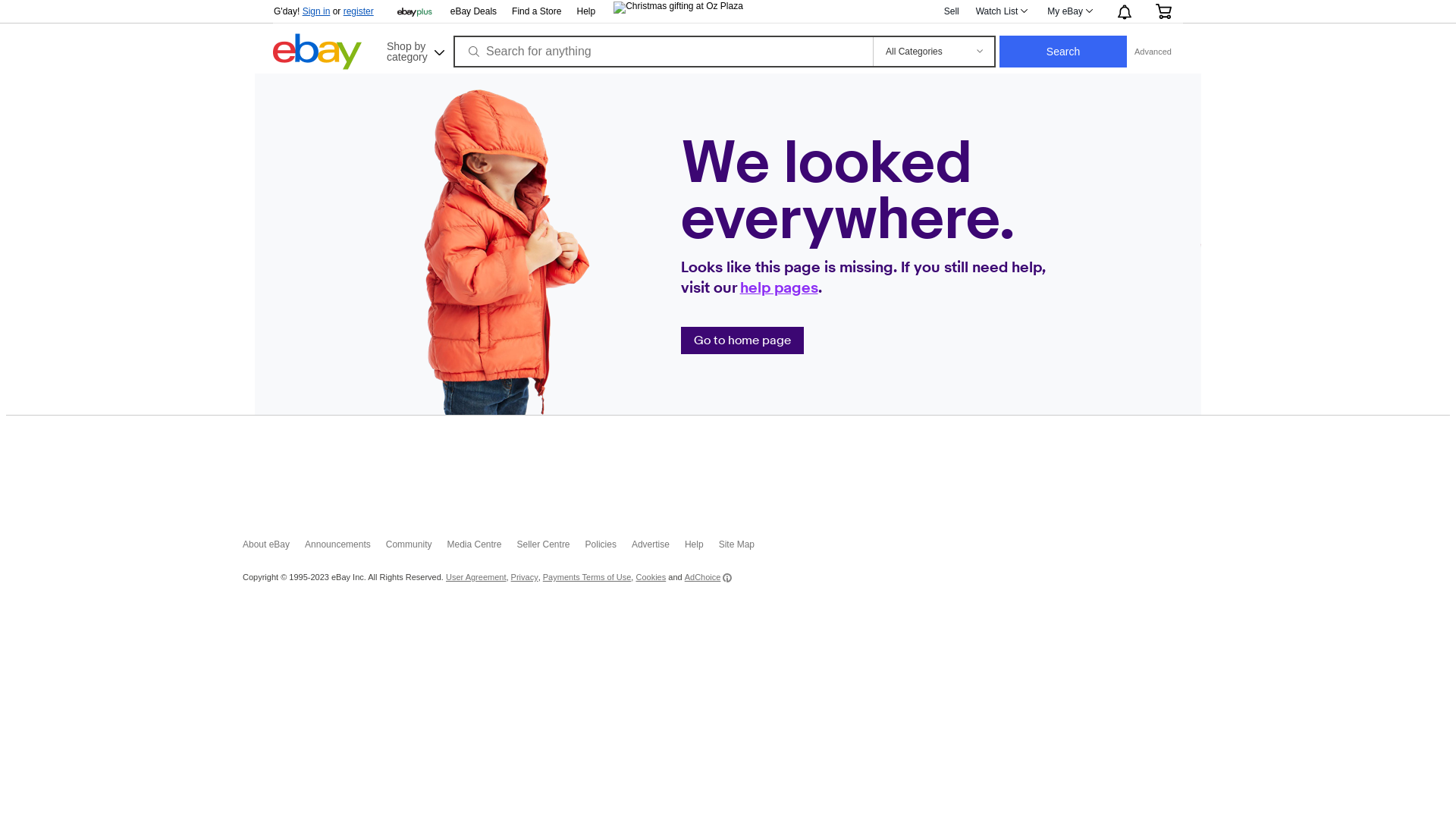 The image size is (1456, 819). What do you see at coordinates (524, 577) in the screenshot?
I see `'Privacy'` at bounding box center [524, 577].